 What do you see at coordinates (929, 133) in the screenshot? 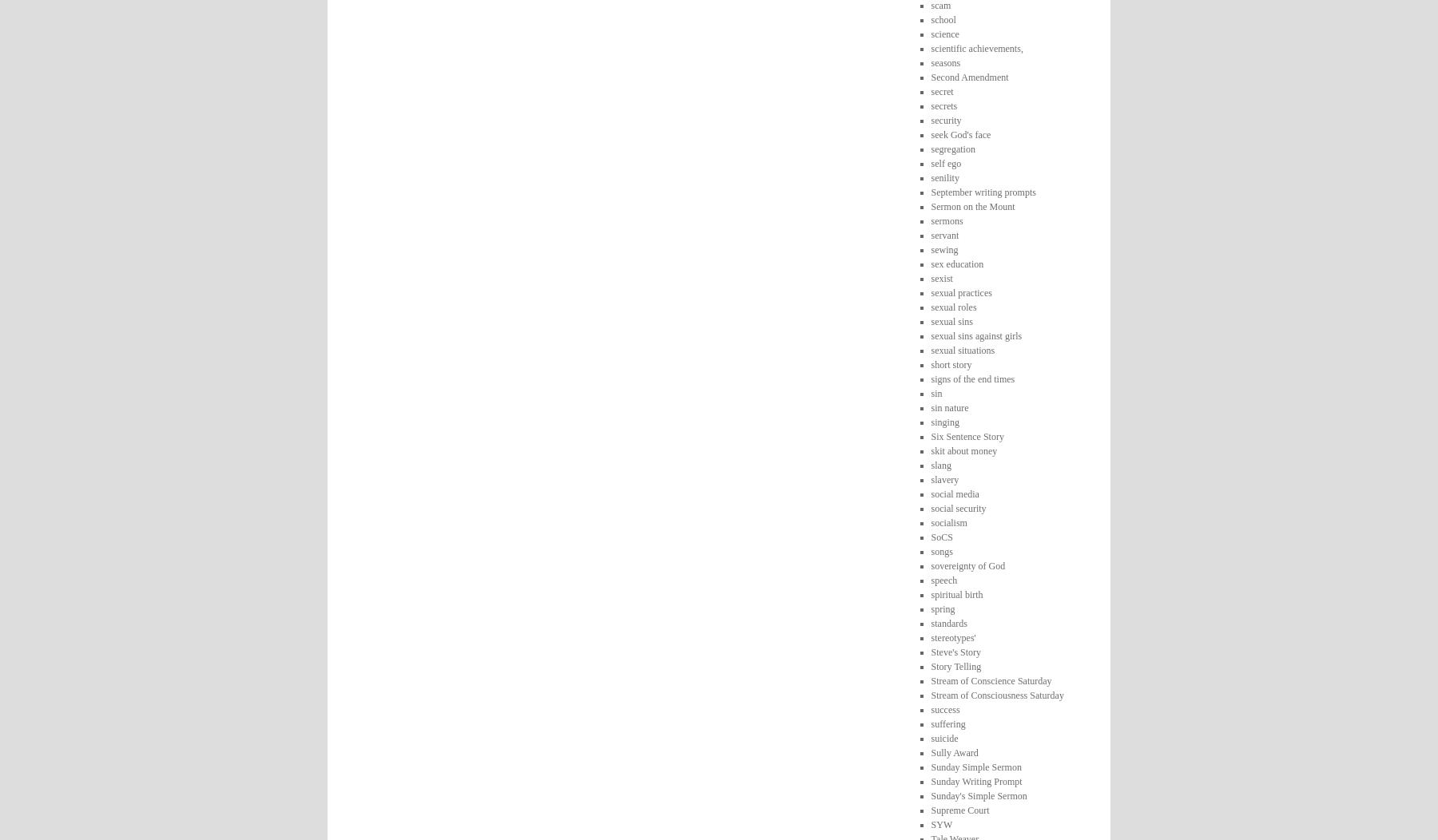
I see `'seek God's face'` at bounding box center [929, 133].